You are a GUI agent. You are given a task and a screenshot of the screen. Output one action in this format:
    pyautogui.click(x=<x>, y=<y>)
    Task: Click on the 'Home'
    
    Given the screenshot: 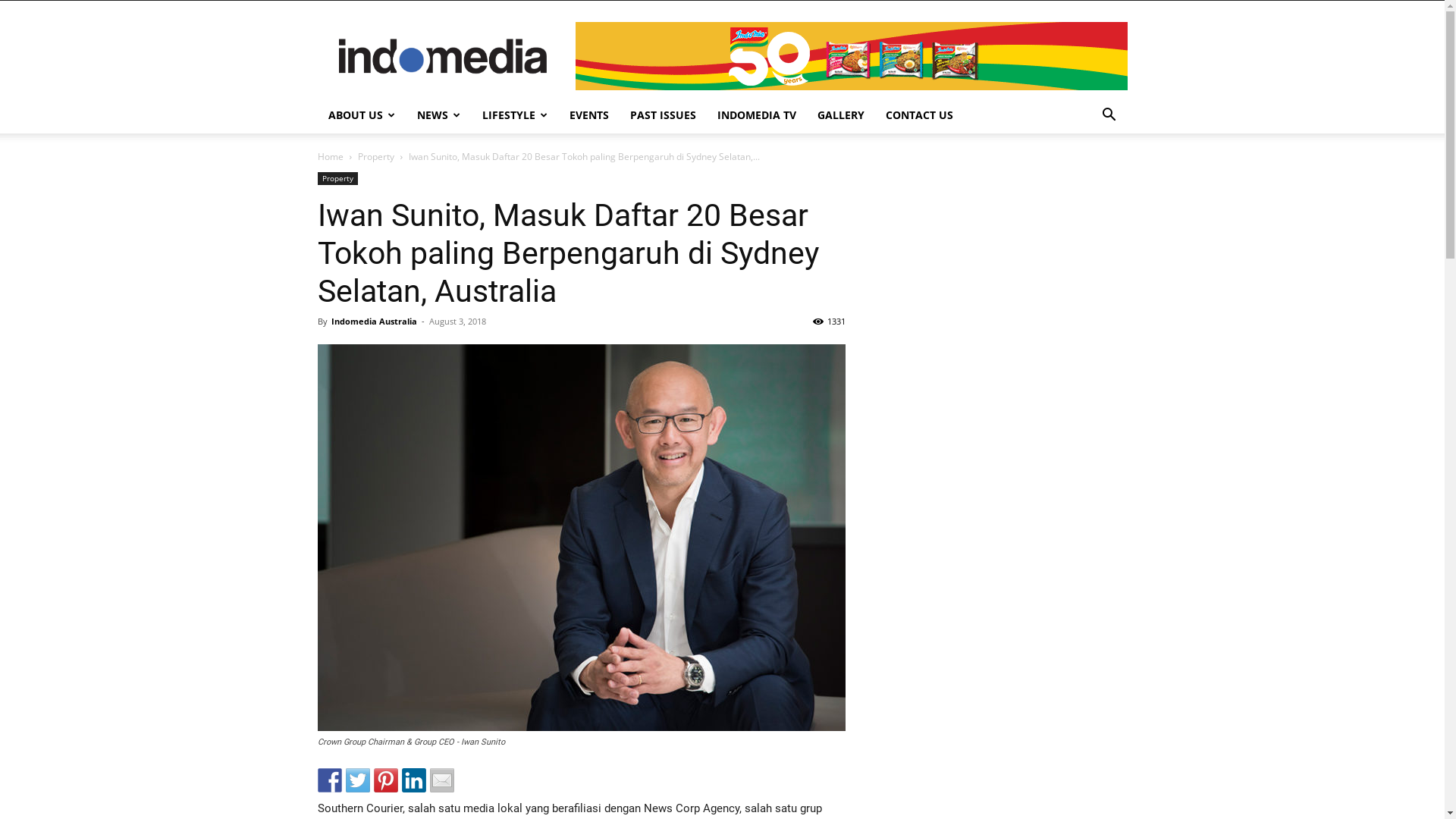 What is the action you would take?
    pyautogui.click(x=315, y=156)
    